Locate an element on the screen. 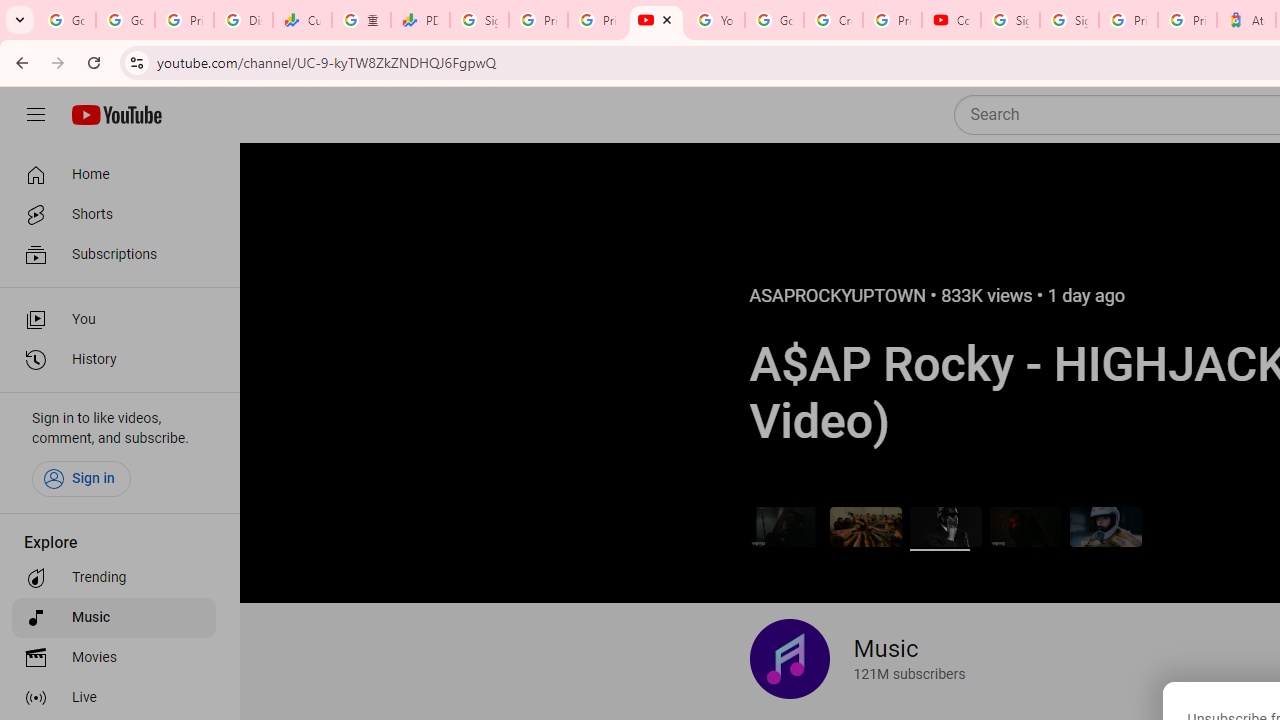  'Trending' is located at coordinates (112, 578).